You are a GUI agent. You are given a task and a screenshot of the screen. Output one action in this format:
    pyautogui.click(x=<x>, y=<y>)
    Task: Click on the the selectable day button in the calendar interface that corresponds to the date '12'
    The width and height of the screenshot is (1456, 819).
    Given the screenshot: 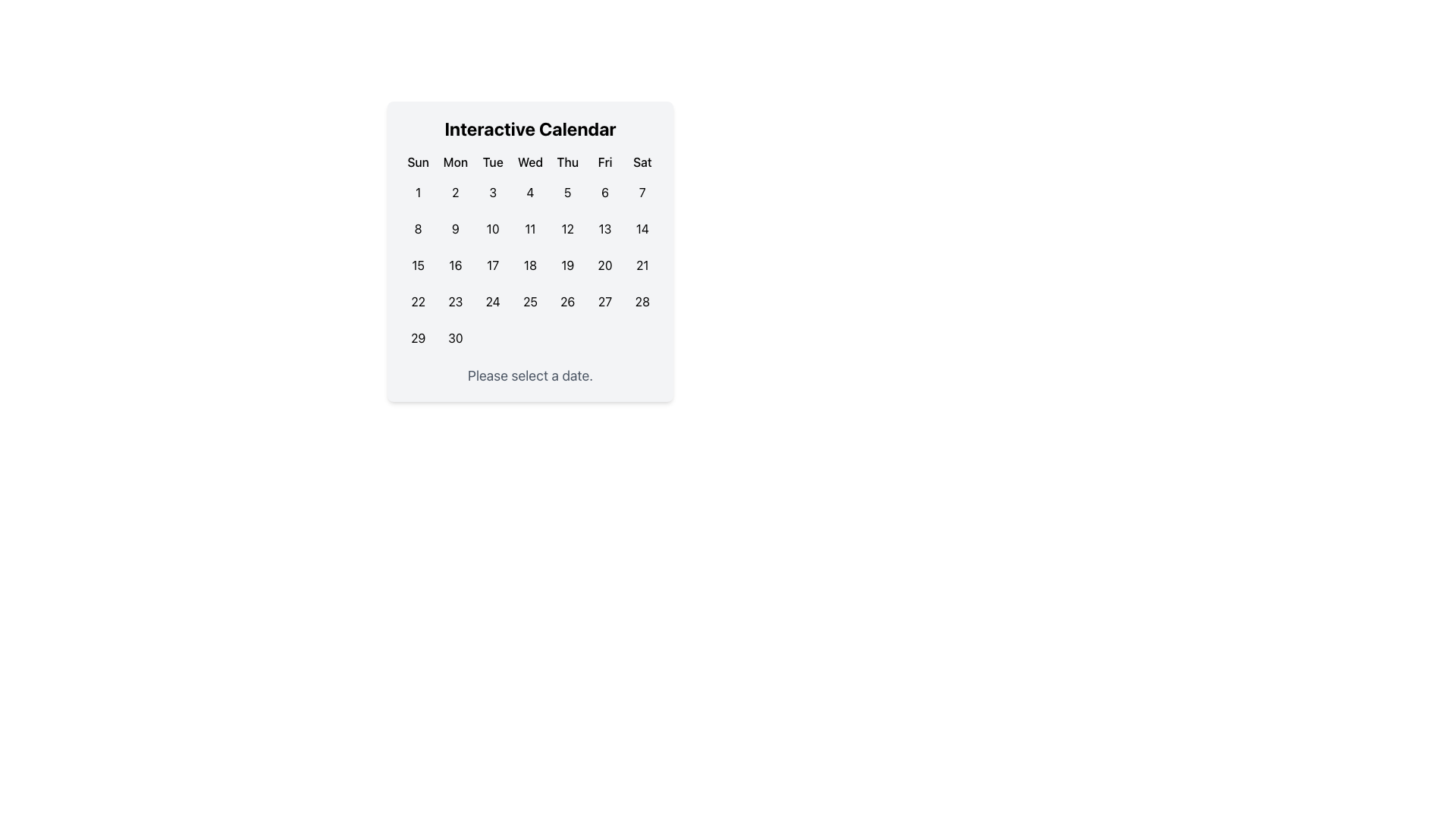 What is the action you would take?
    pyautogui.click(x=566, y=228)
    